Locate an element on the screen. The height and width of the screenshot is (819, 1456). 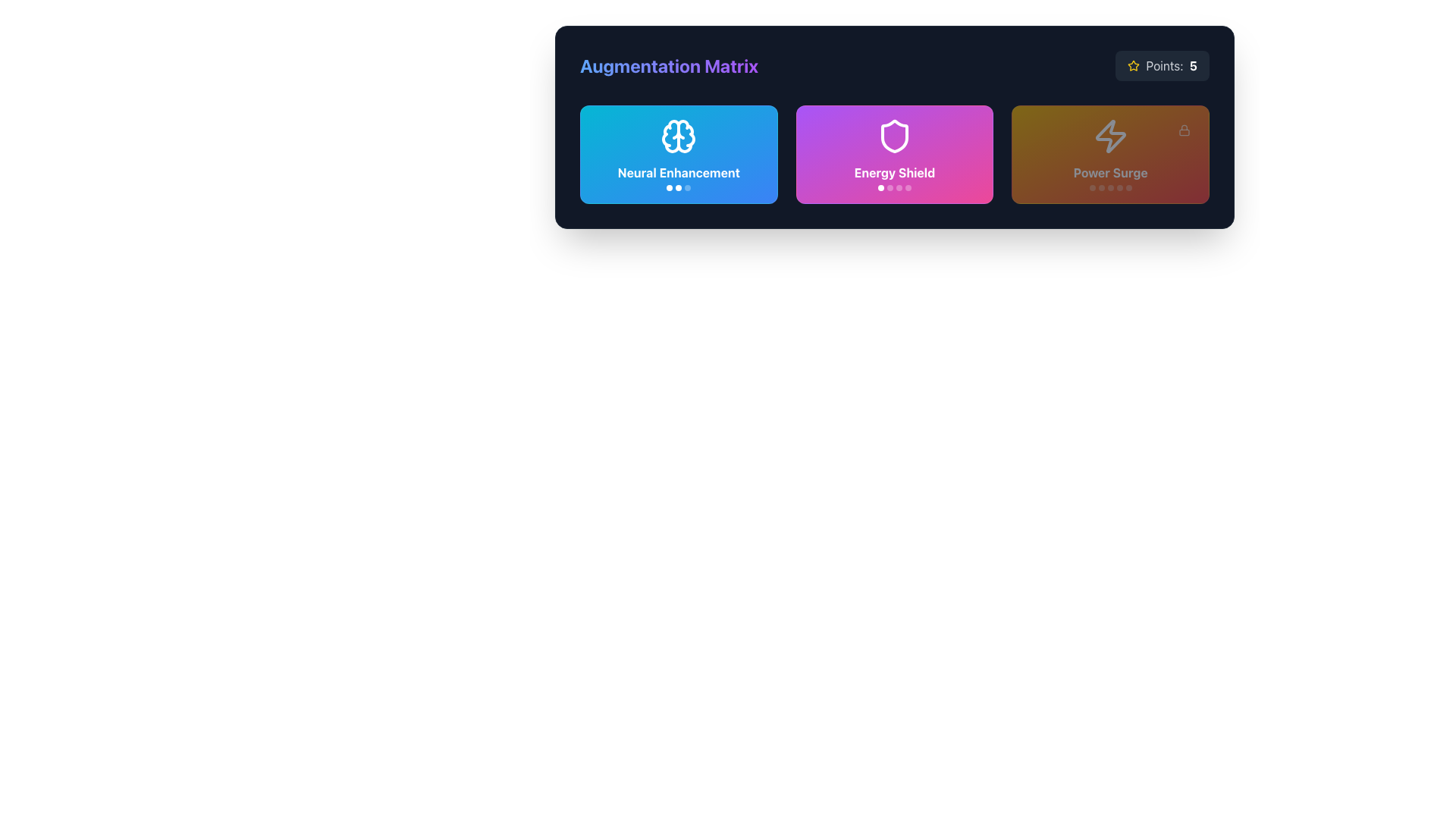
the Text Label located in the header section, which serves as a title or heading for the associated content is located at coordinates (668, 65).